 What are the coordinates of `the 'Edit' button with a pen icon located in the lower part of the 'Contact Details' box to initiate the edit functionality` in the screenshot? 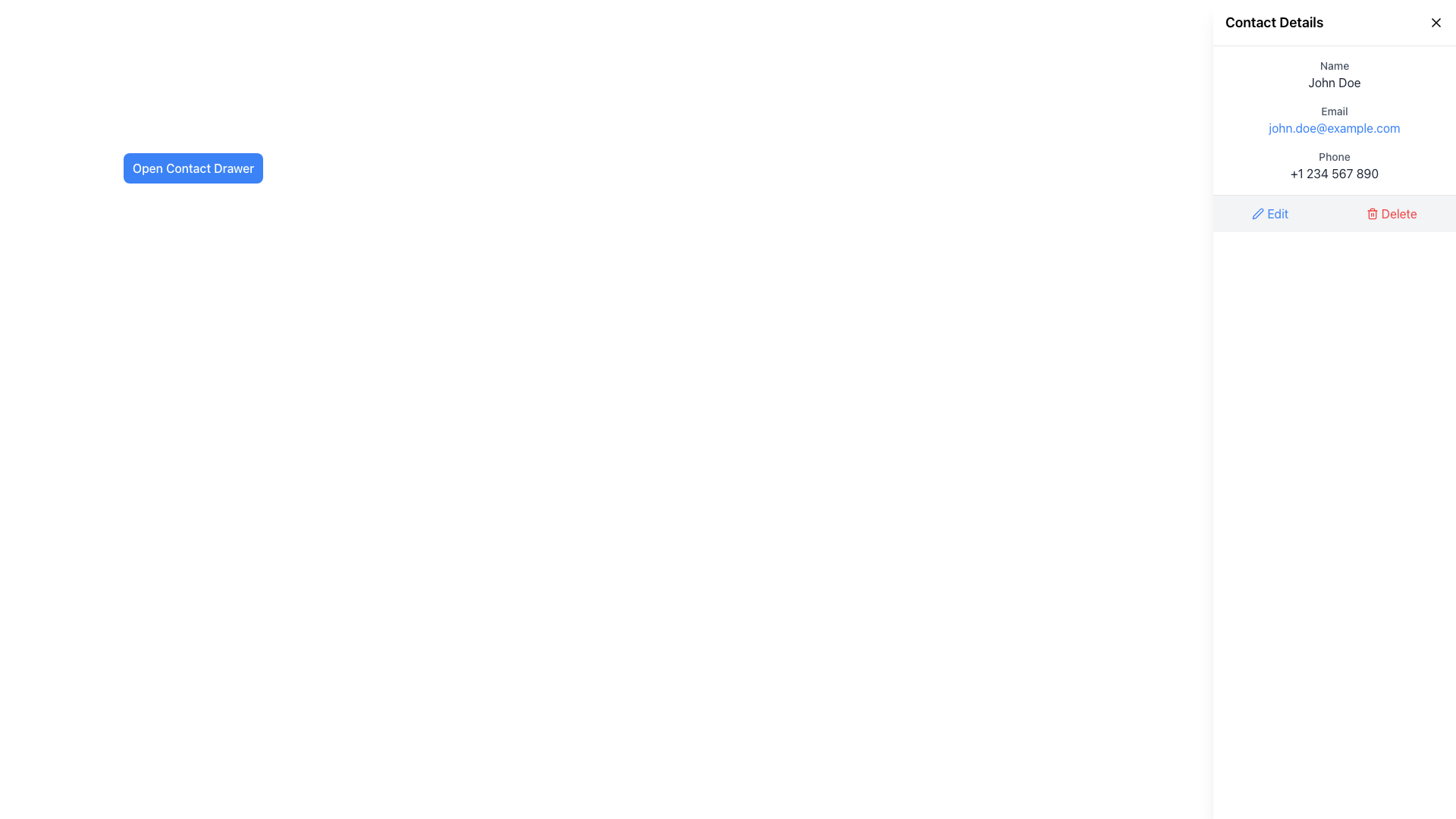 It's located at (1270, 213).